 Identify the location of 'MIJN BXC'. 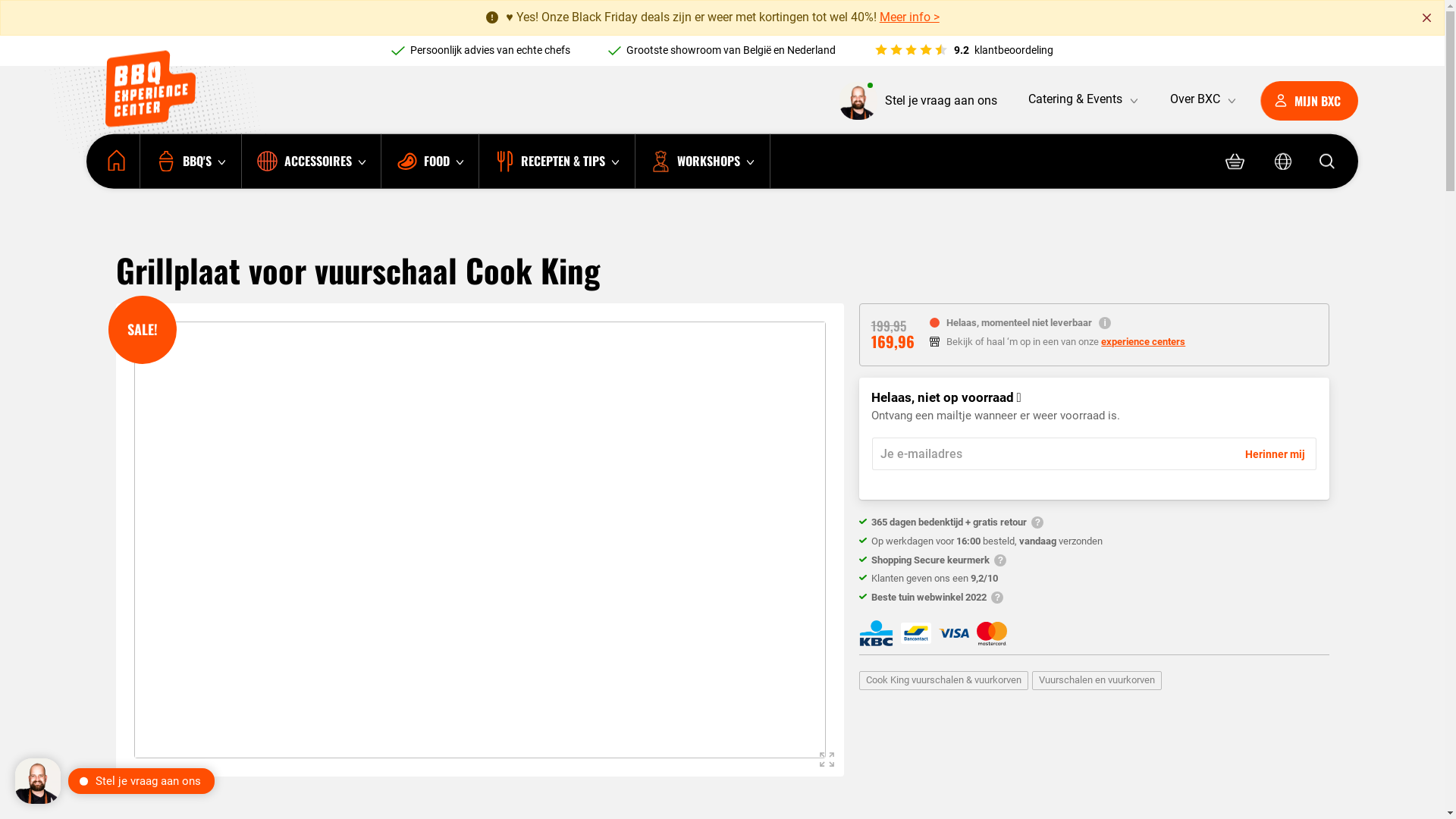
(1308, 100).